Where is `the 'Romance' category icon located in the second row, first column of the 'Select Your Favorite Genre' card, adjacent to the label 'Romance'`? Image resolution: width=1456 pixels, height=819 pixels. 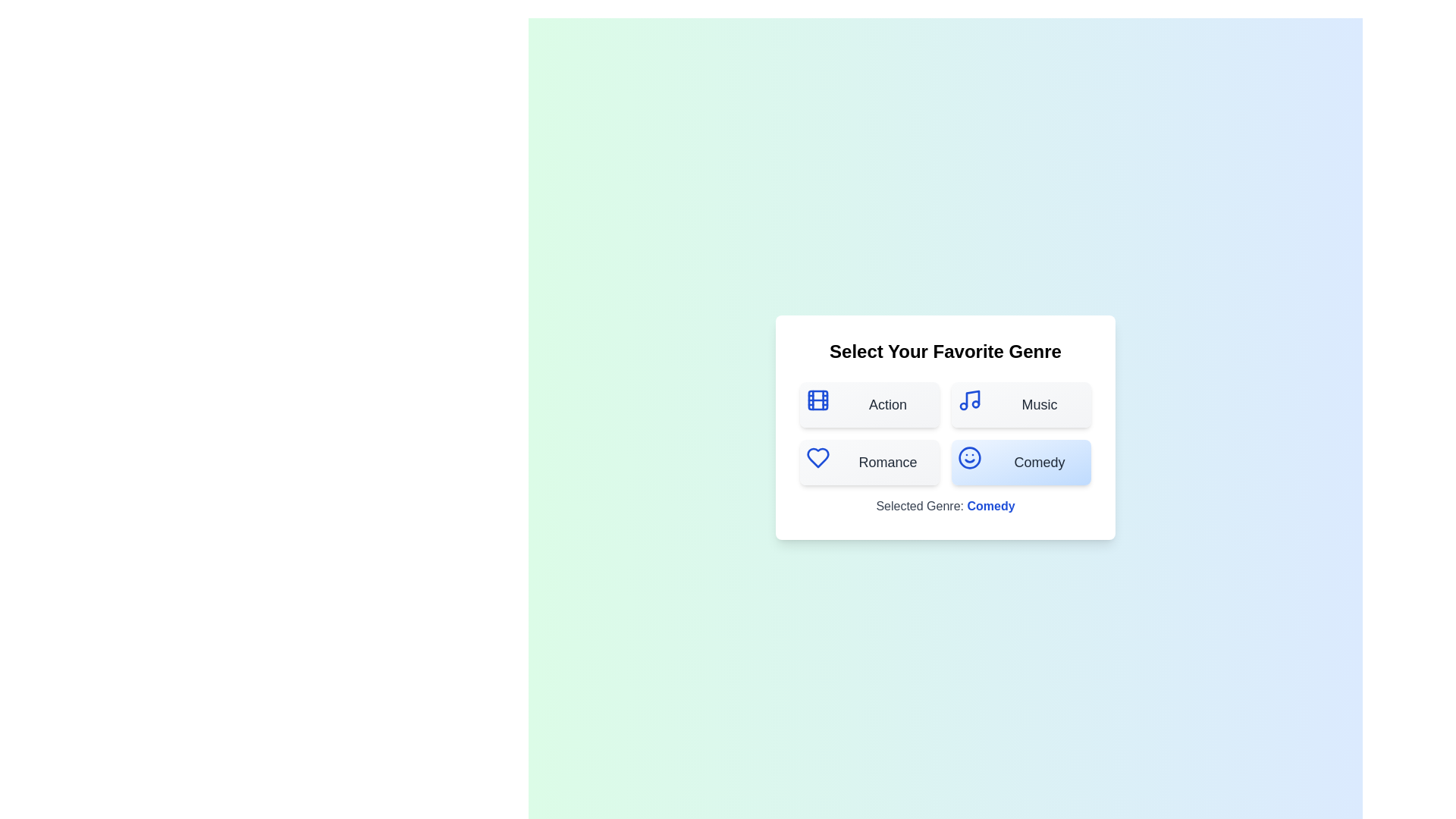
the 'Romance' category icon located in the second row, first column of the 'Select Your Favorite Genre' card, adjacent to the label 'Romance' is located at coordinates (817, 457).